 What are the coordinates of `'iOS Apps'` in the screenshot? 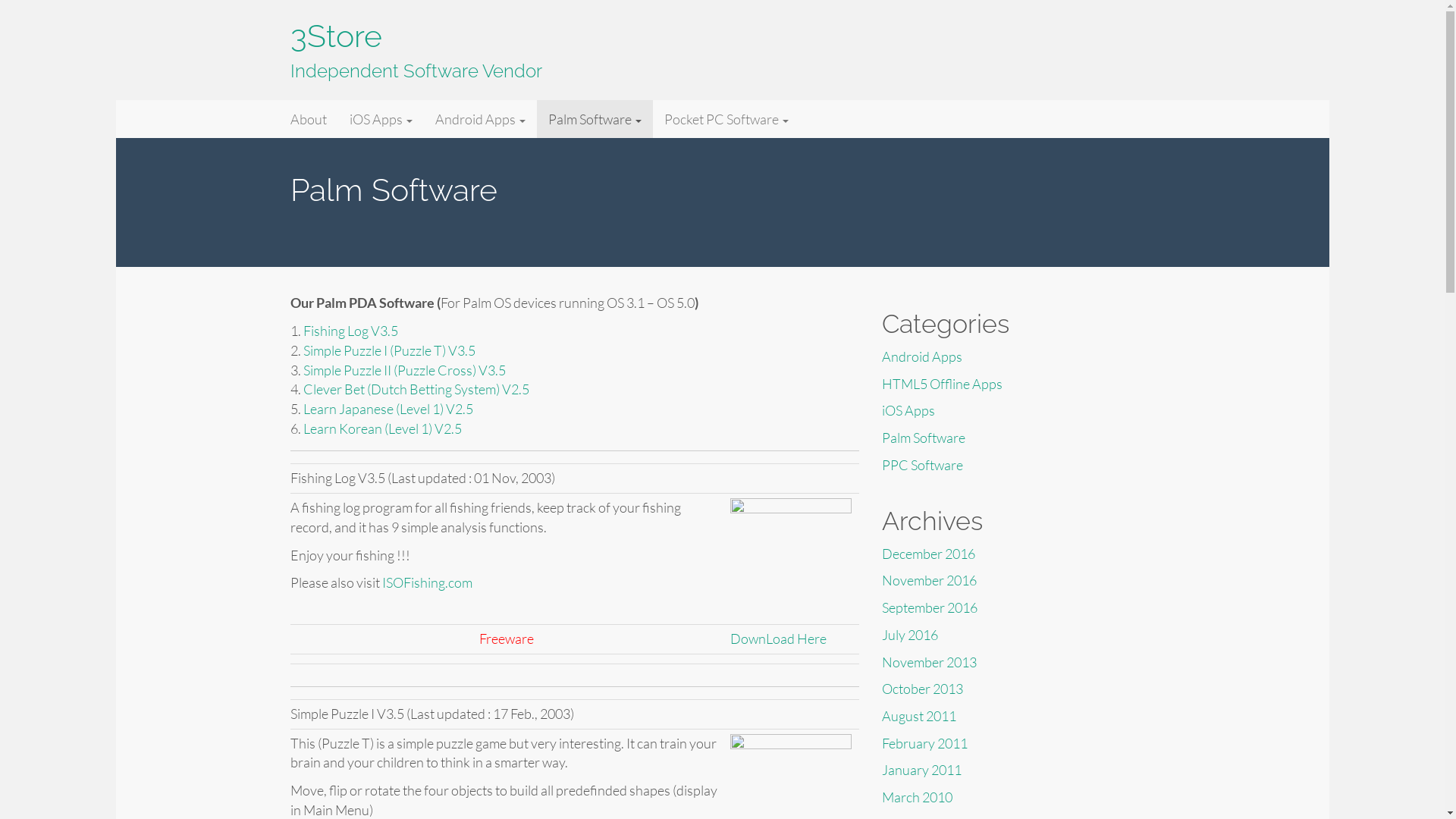 It's located at (907, 409).